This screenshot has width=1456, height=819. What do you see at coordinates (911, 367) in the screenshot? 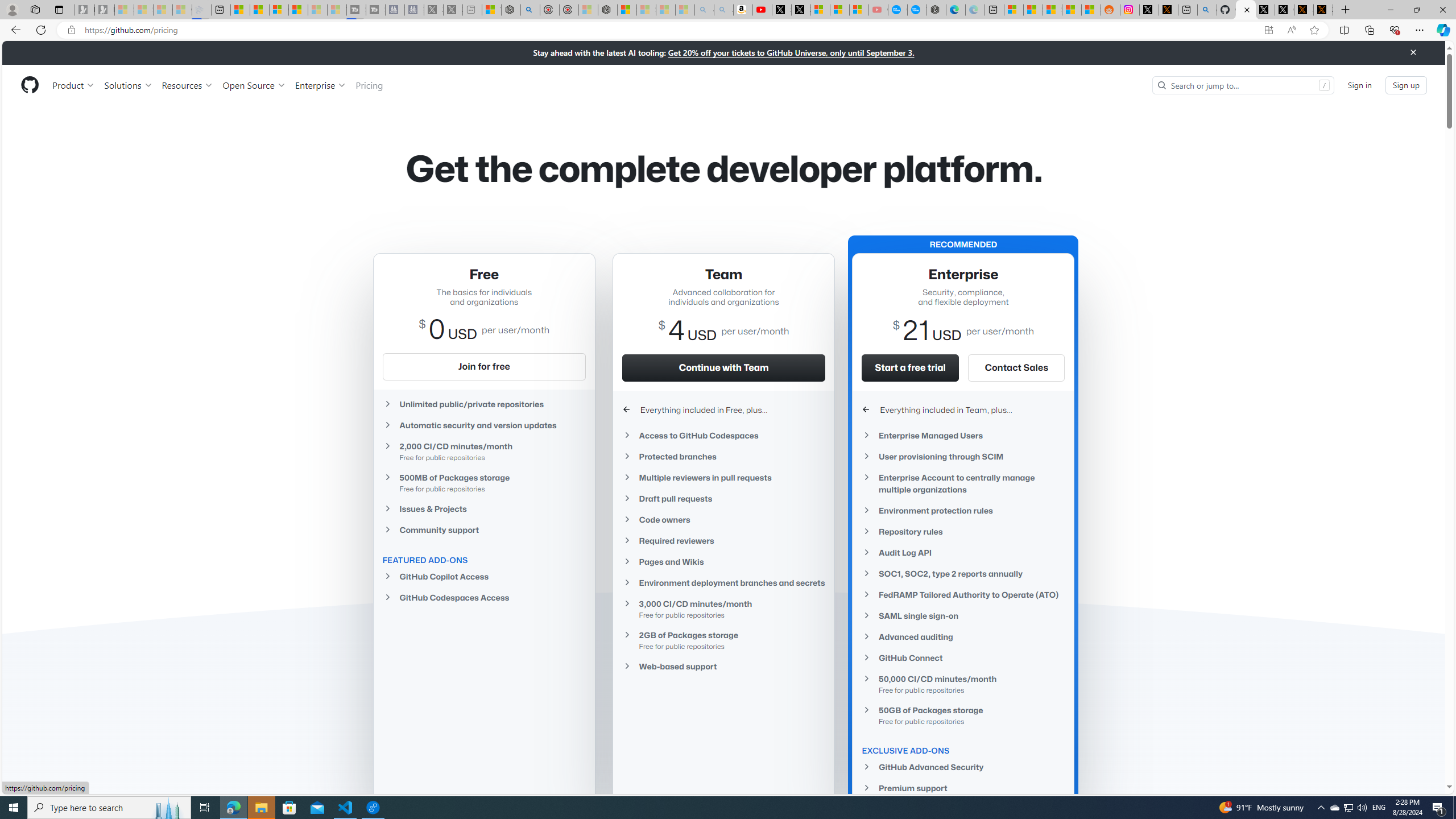
I see `'Start a free trial'` at bounding box center [911, 367].